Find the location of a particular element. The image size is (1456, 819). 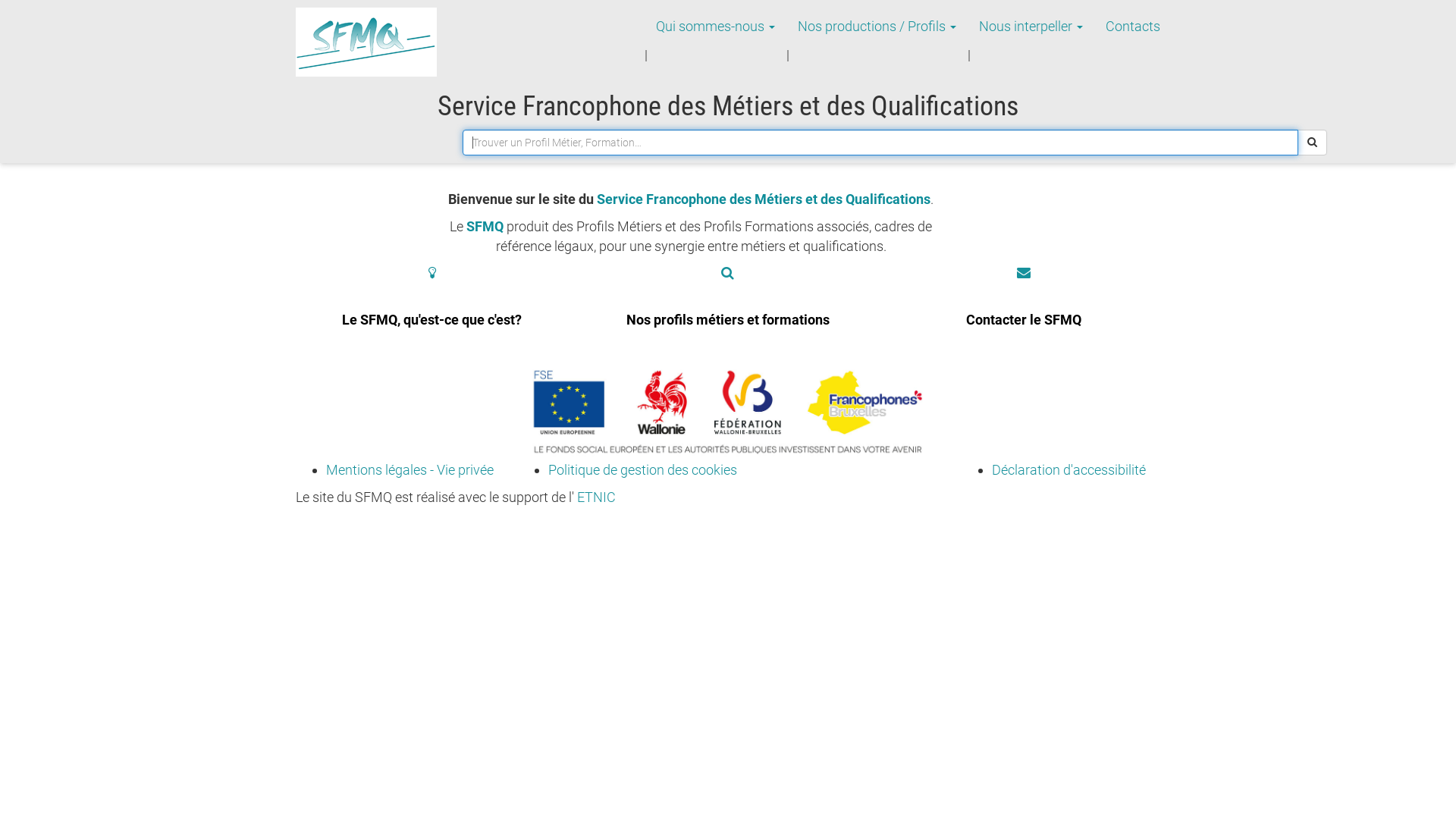

'Contacts' is located at coordinates (1132, 26).